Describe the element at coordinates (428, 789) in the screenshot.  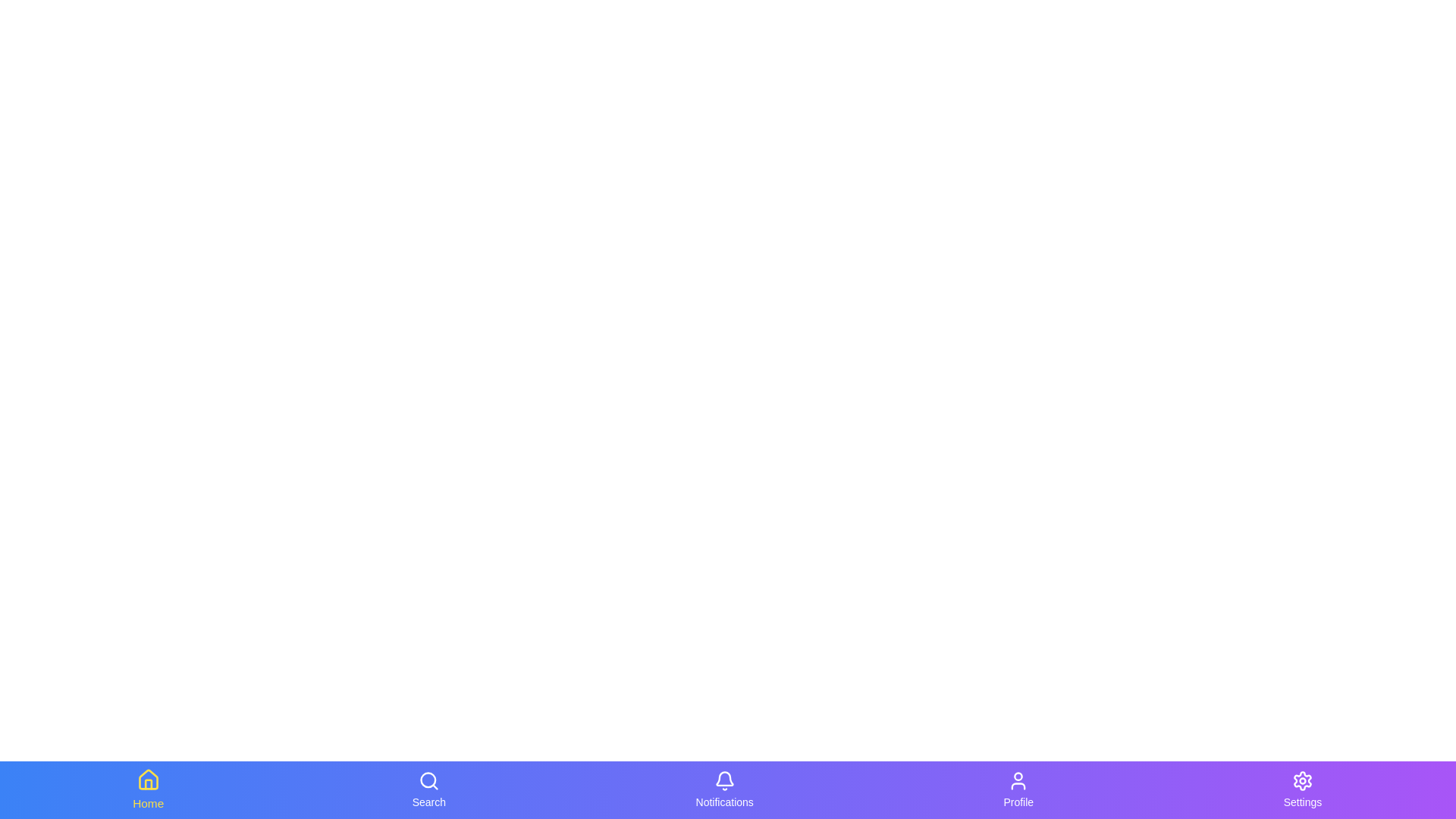
I see `the tab labeled 'Search' to observe its hover effect` at that location.